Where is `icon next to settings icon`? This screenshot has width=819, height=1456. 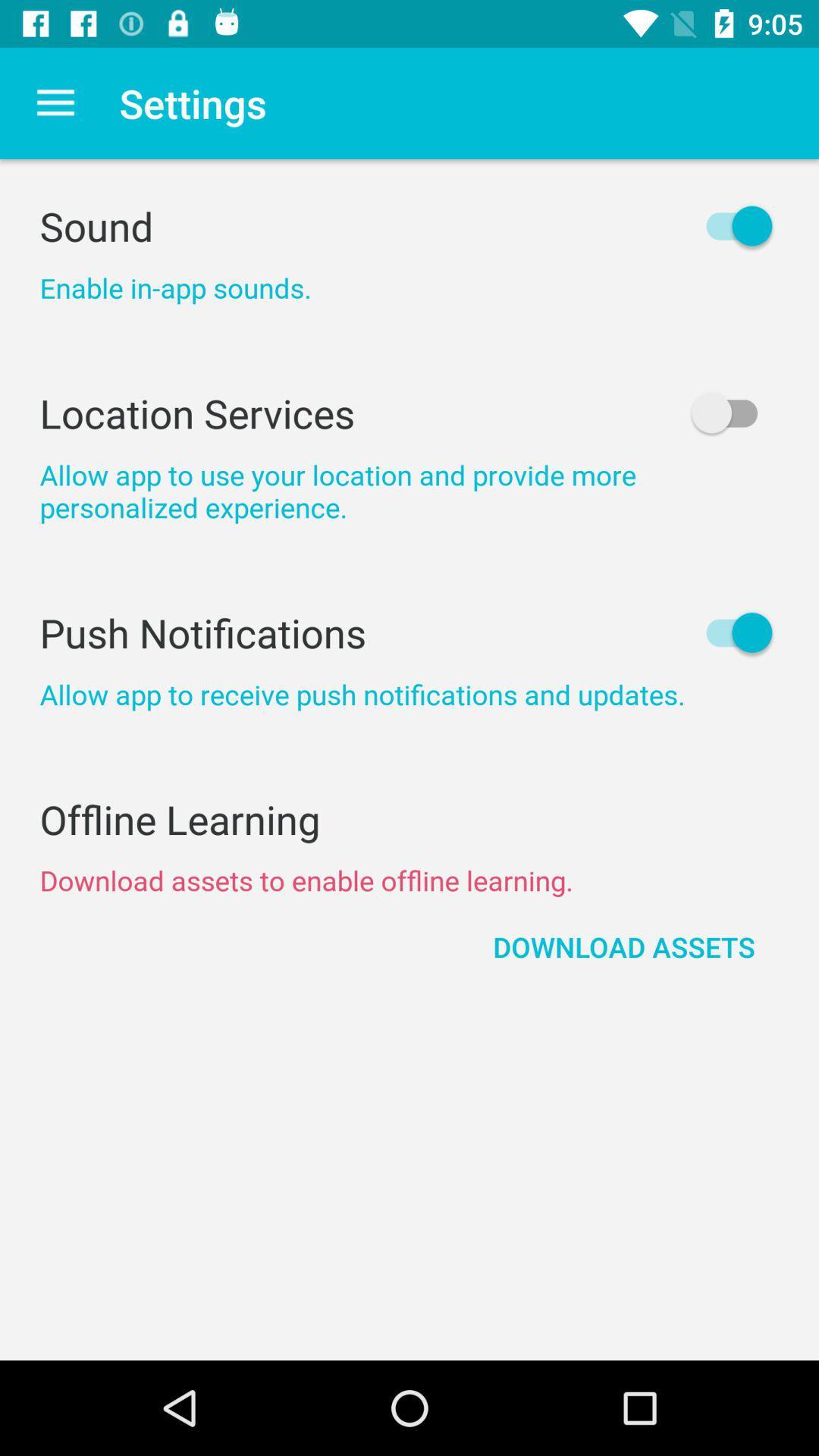 icon next to settings icon is located at coordinates (55, 102).